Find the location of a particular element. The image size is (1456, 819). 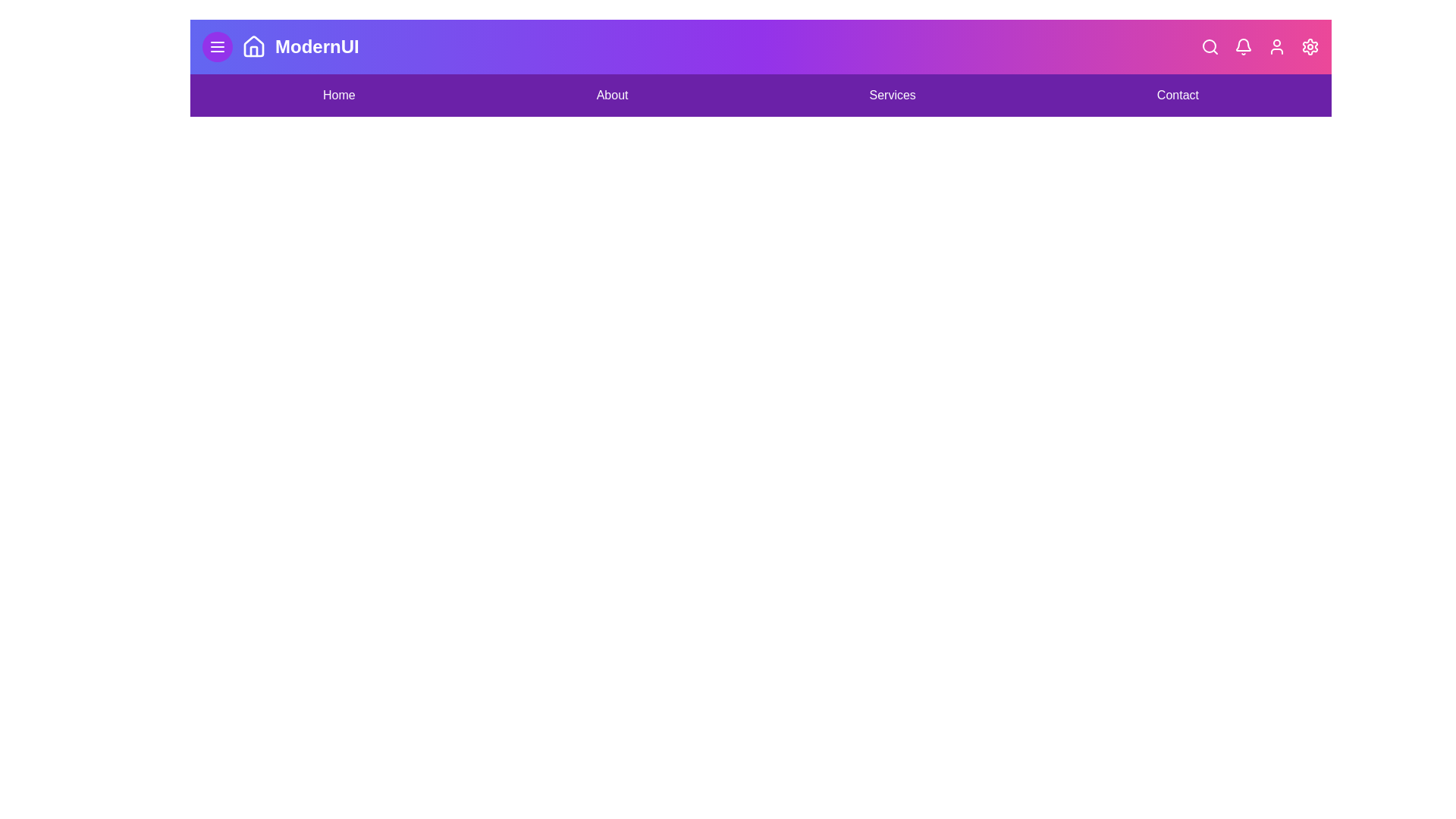

the Search icon on the right side of the bar is located at coordinates (1210, 45).